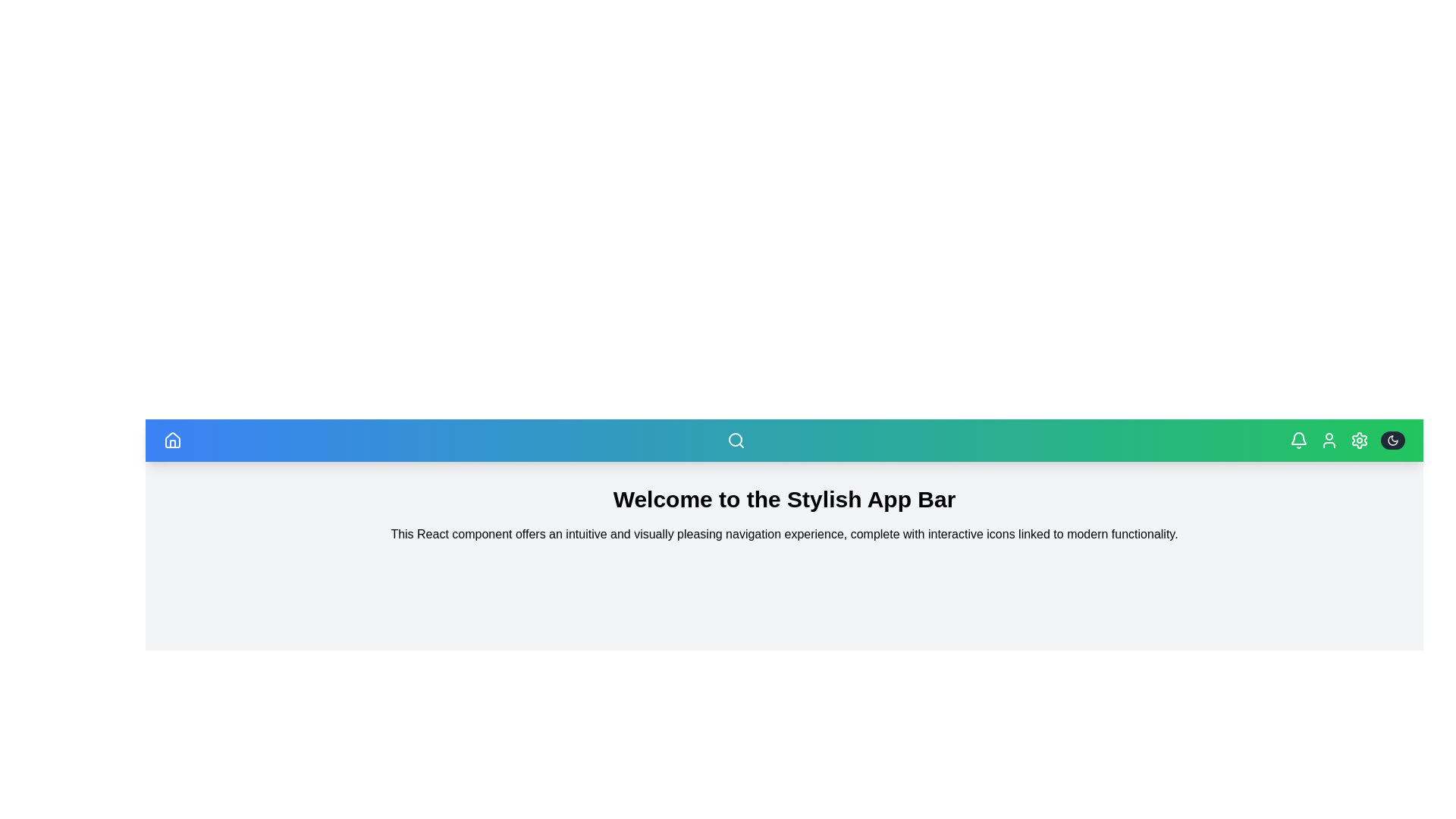 The width and height of the screenshot is (1456, 819). I want to click on the settings icon to access the settings menu, so click(1360, 441).